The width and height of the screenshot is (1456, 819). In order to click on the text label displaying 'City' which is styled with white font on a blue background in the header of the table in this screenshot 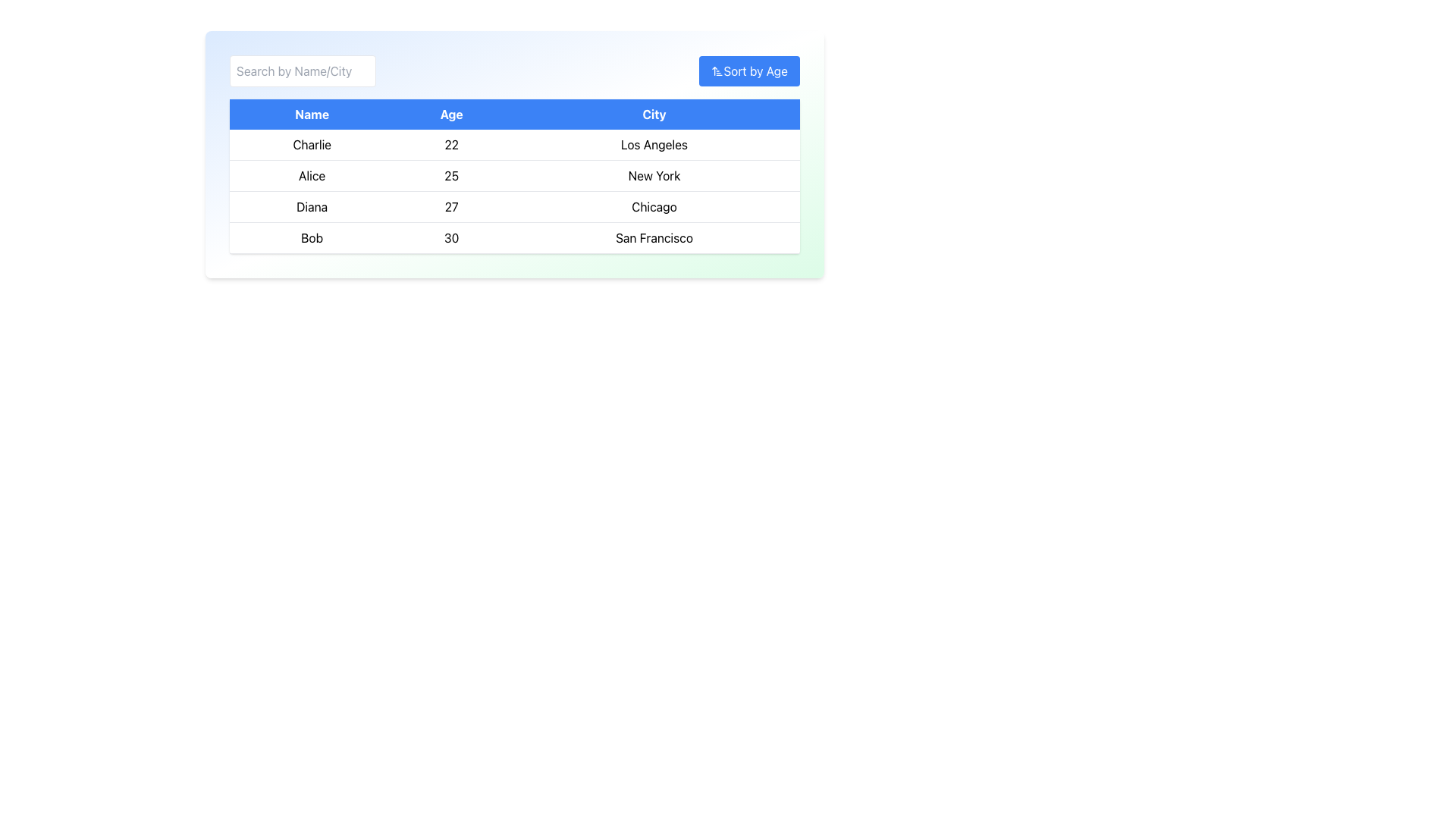, I will do `click(654, 113)`.